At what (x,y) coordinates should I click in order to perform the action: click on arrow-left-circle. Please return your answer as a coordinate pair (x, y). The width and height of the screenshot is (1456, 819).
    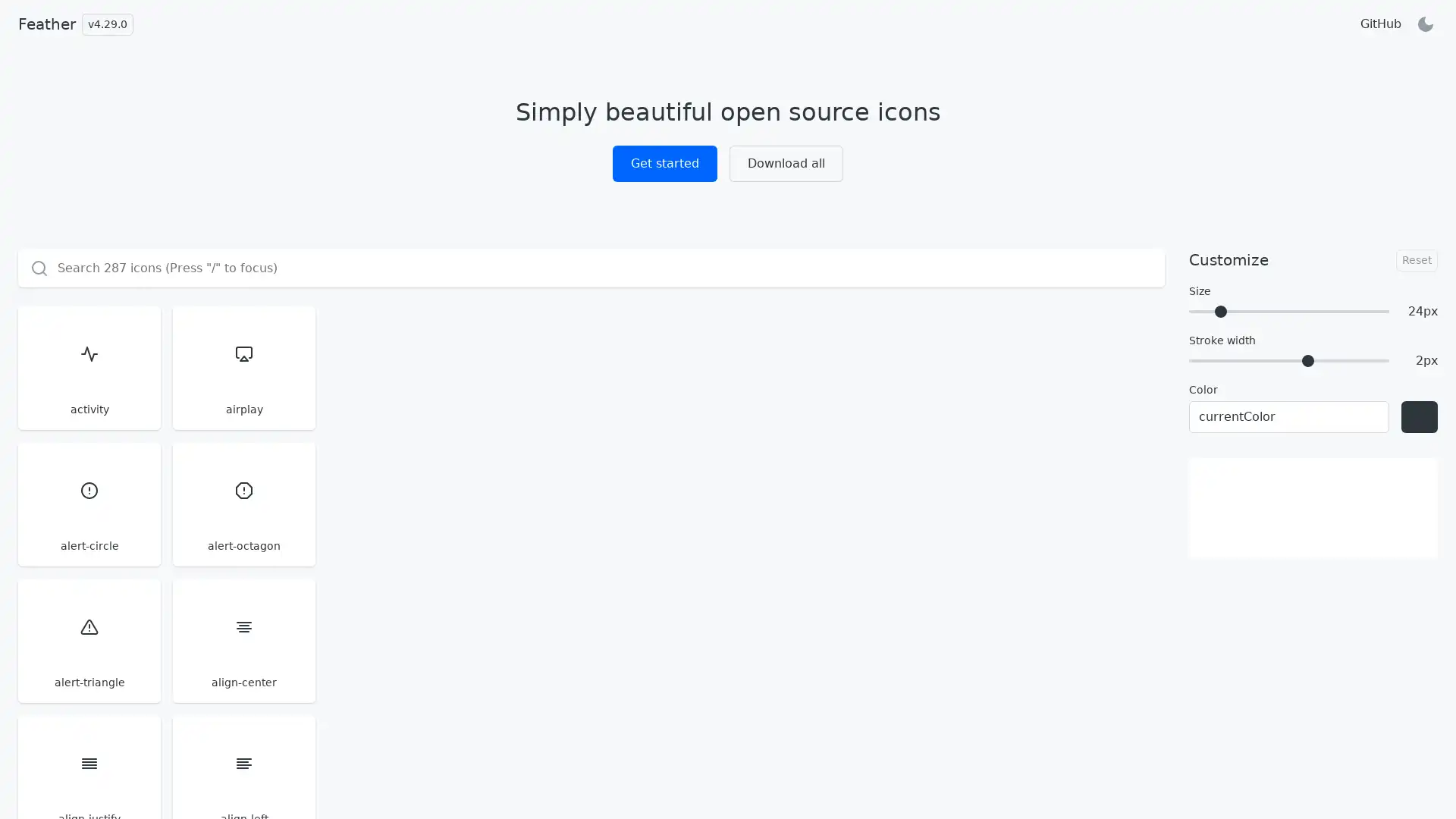
    Looking at the image, I should click on (977, 504).